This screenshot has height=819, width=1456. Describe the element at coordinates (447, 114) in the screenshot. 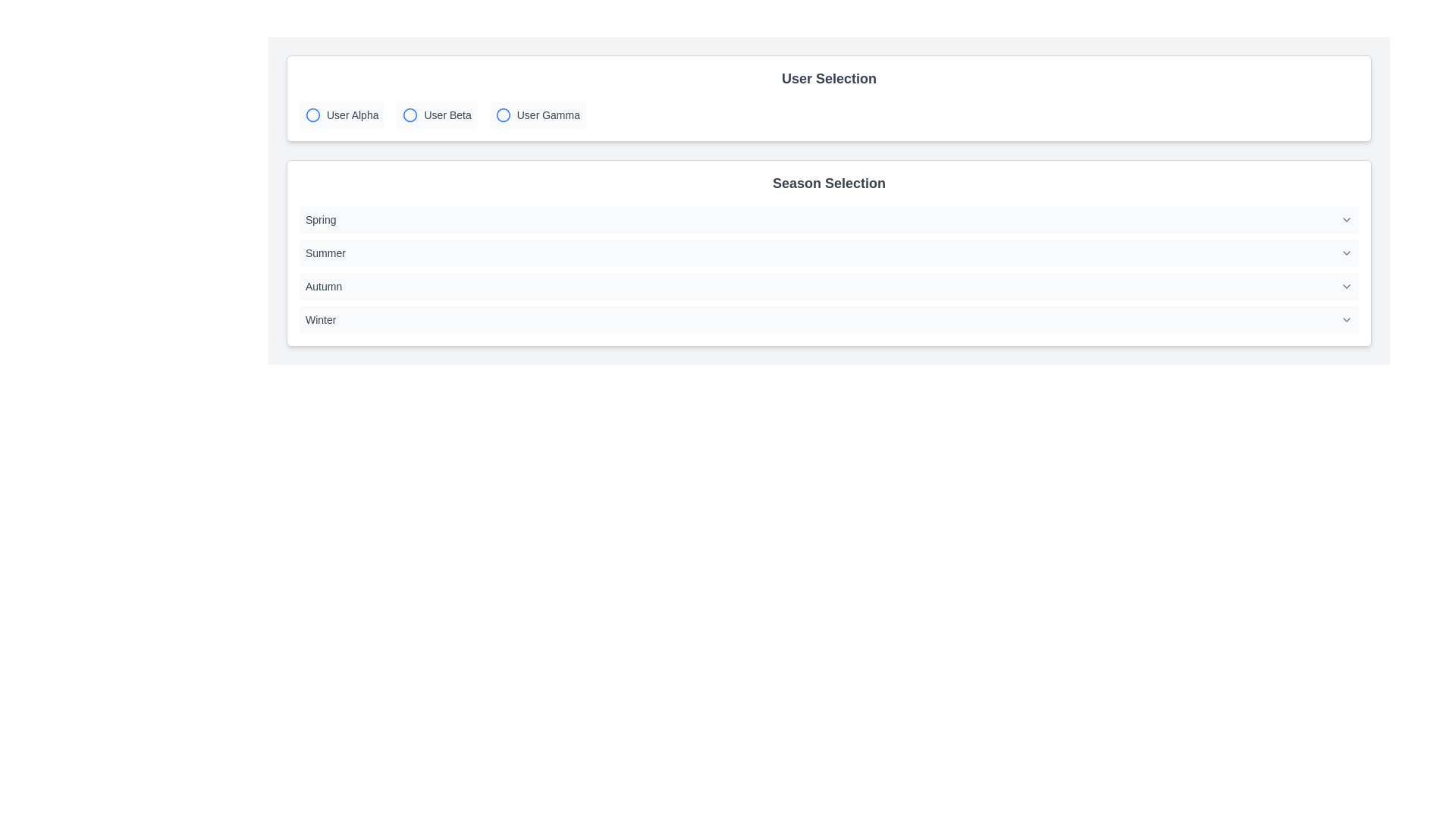

I see `the 'User Beta' text label, which is a gray-colored label located centrally in the user selection section between 'User Alpha' and 'User Gamma'` at that location.